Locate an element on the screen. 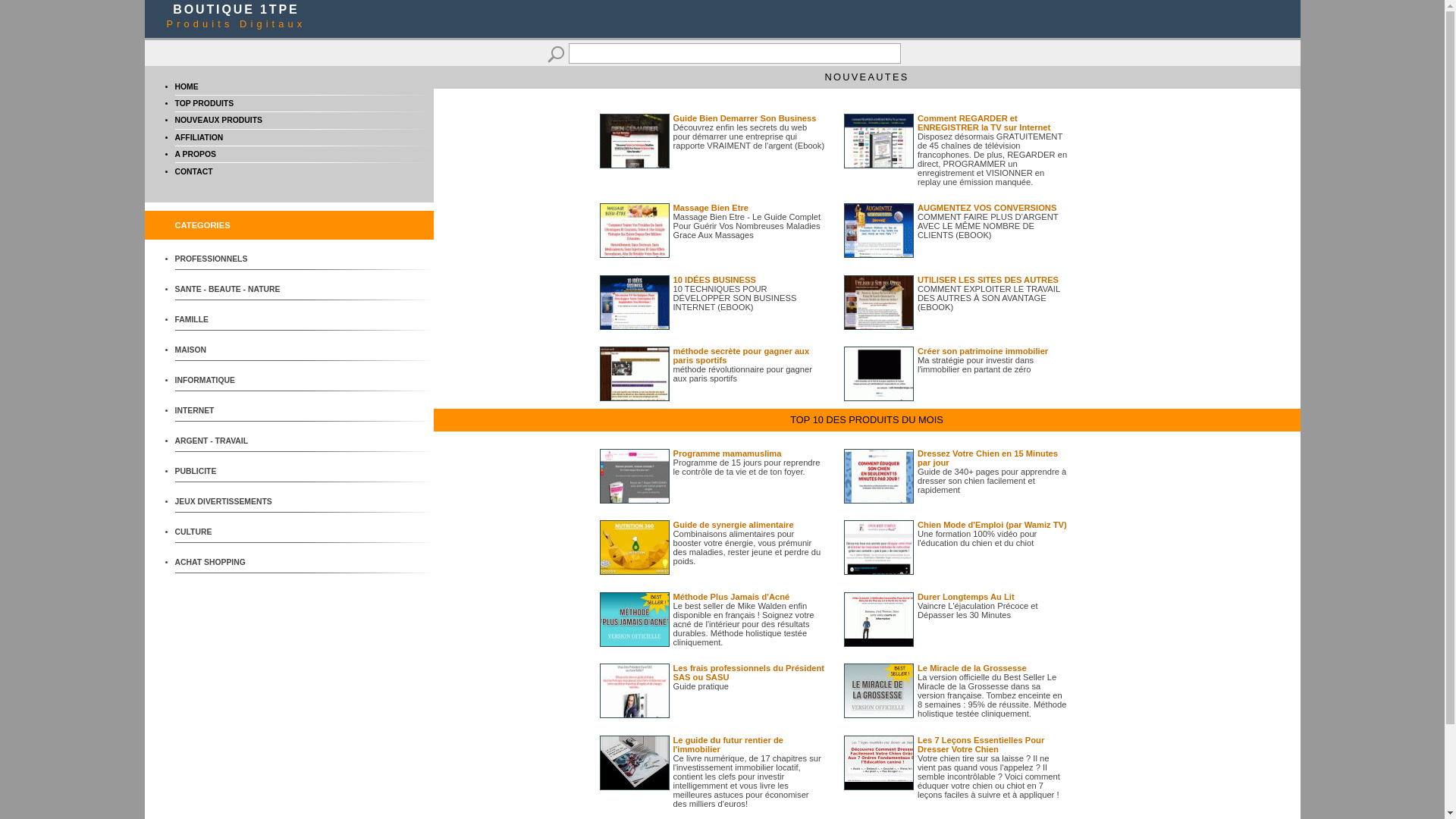 The width and height of the screenshot is (1456, 819). 'A PROPOS' is located at coordinates (194, 154).